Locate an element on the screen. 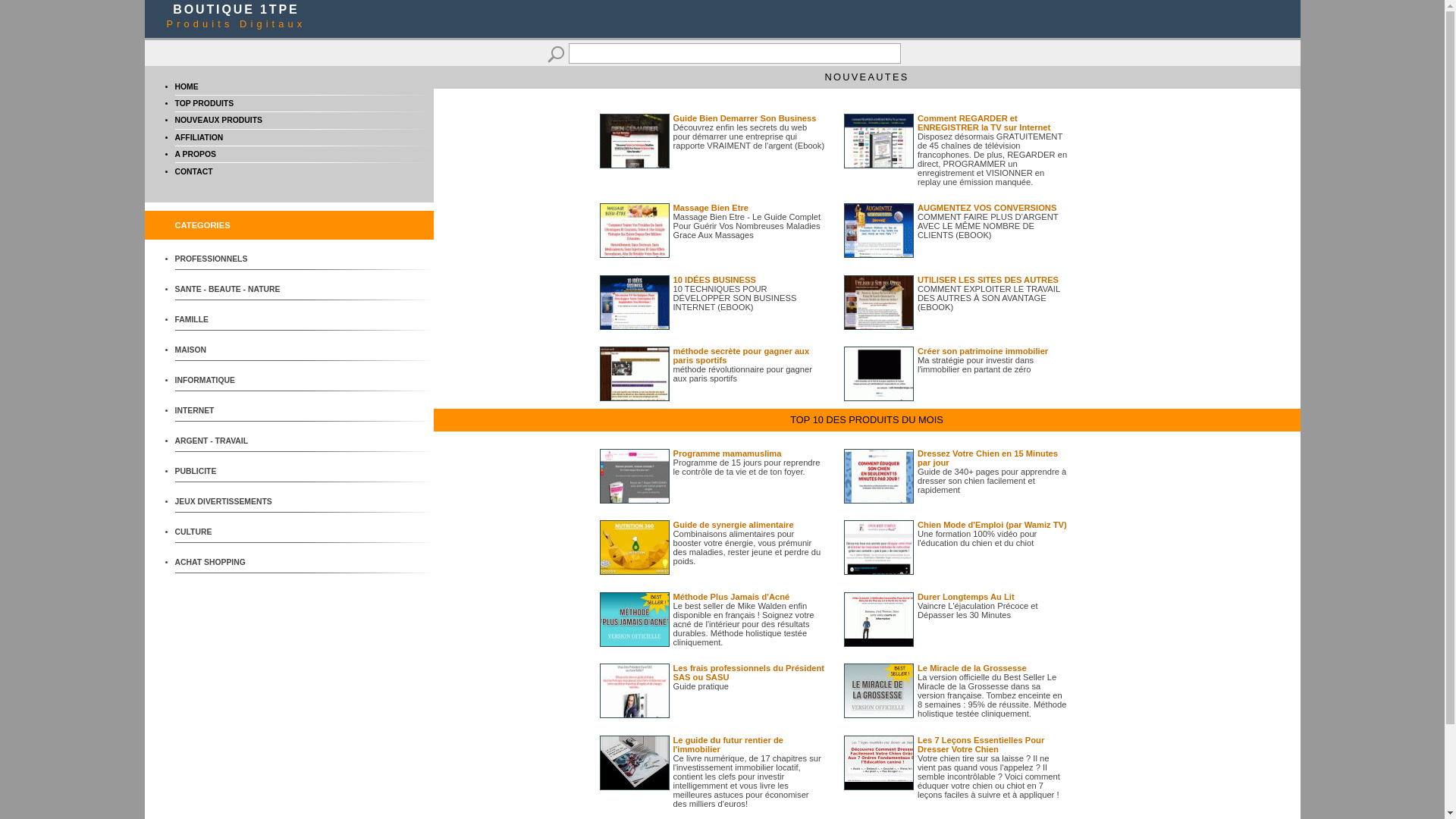 The width and height of the screenshot is (1456, 819). 'A PROPOS' is located at coordinates (194, 154).